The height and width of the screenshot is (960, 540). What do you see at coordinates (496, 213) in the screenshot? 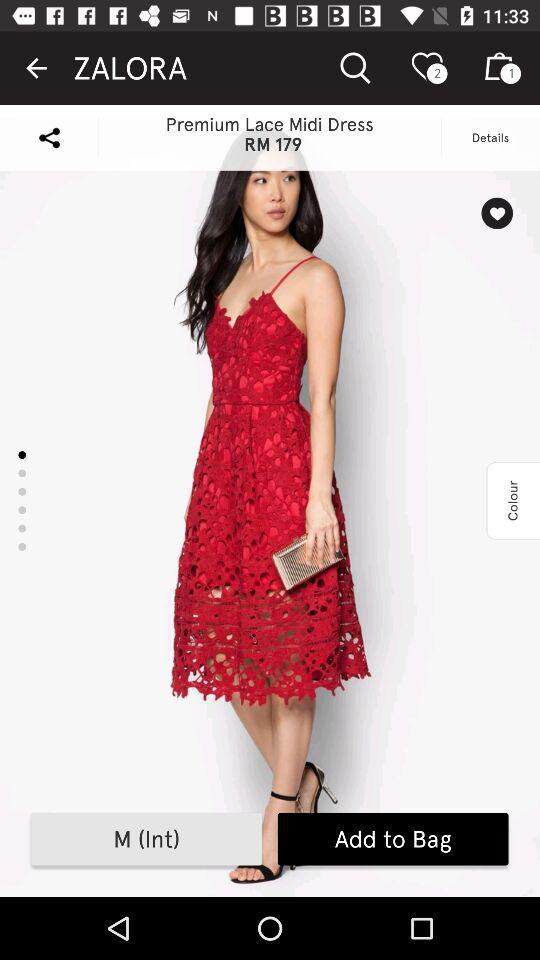
I see `the item` at bounding box center [496, 213].